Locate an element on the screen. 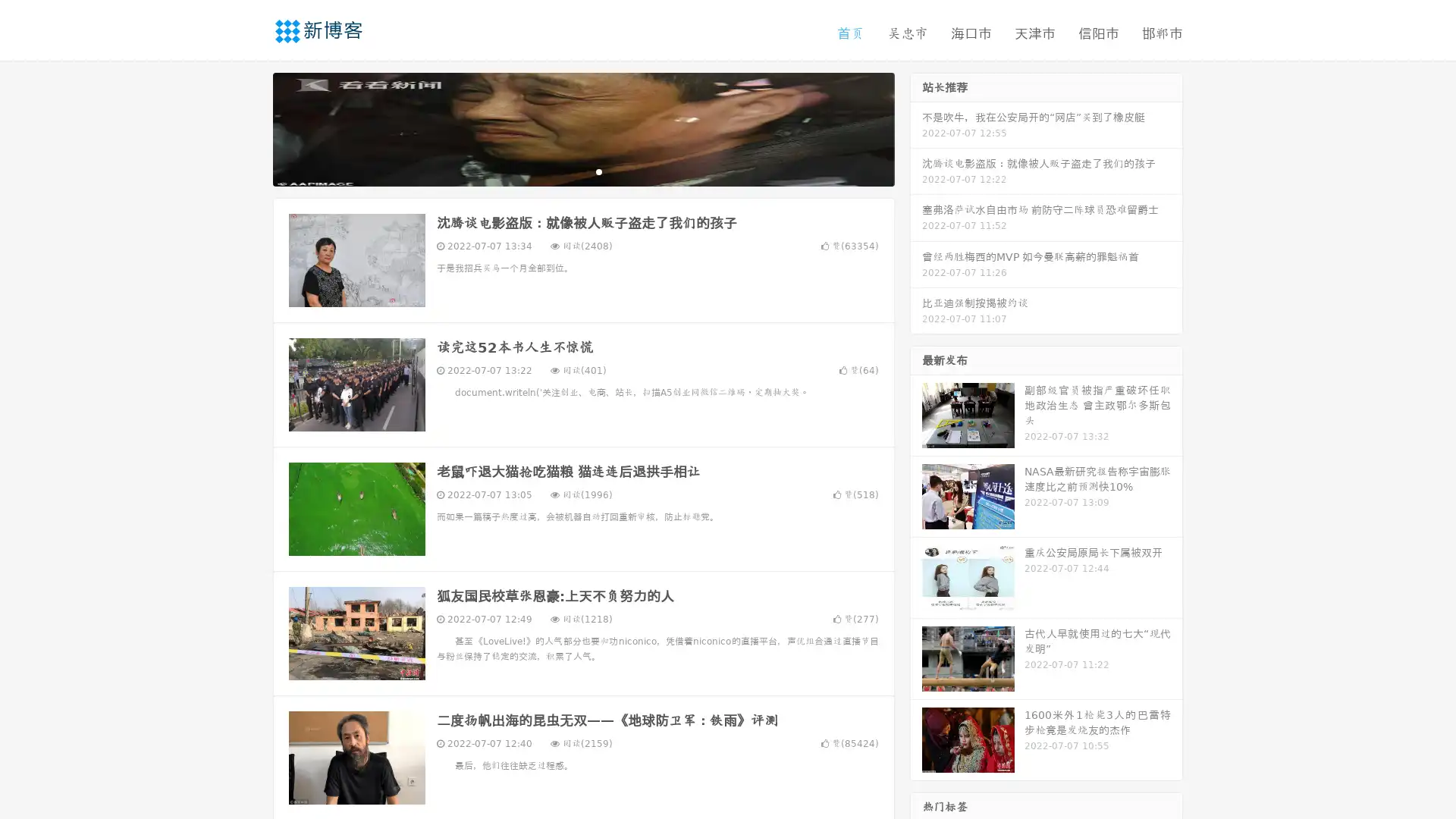 The height and width of the screenshot is (819, 1456). Go to slide 2 is located at coordinates (582, 171).